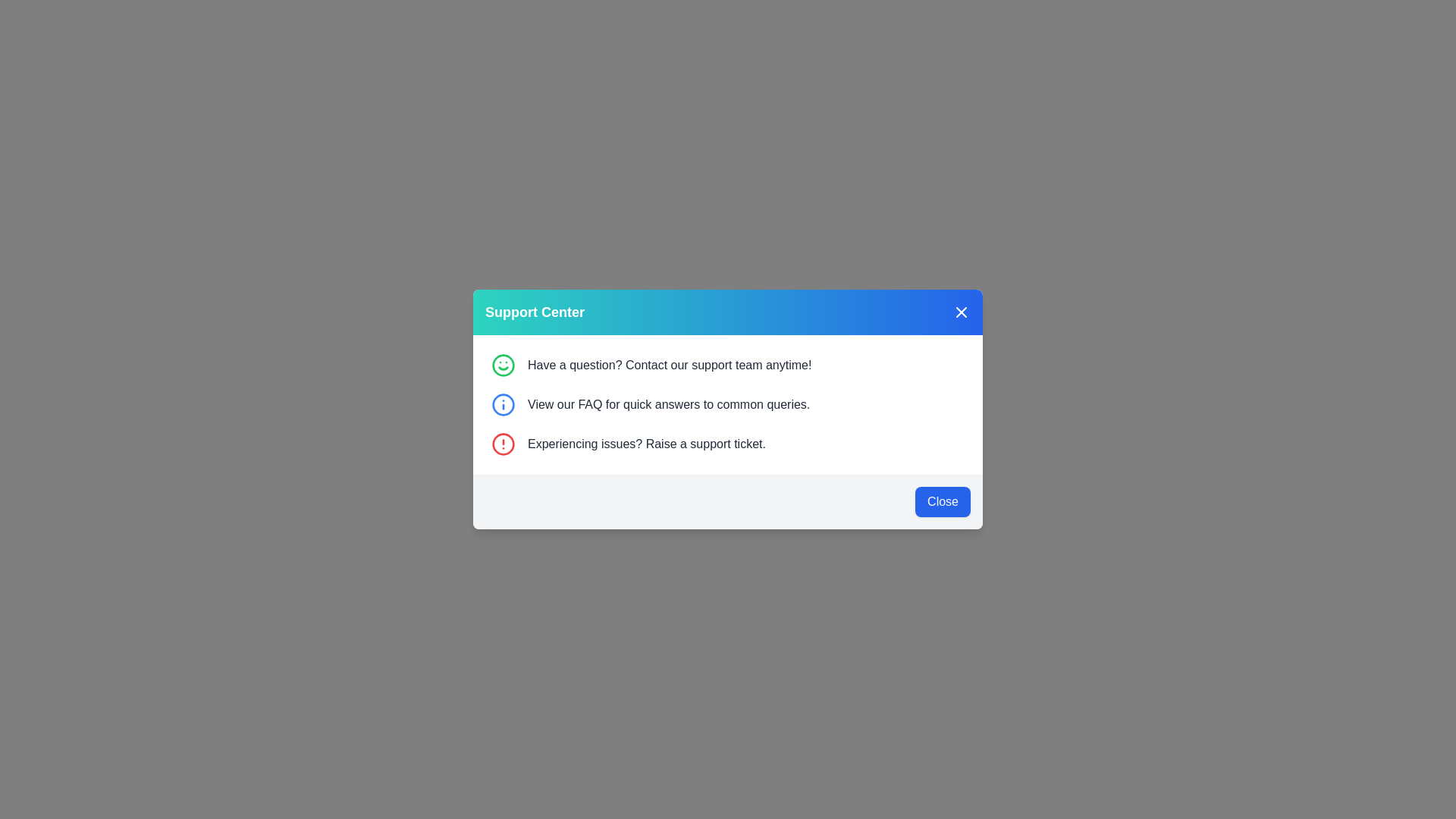 This screenshot has width=1456, height=819. I want to click on the close button with an 'X' icon on the blue background located at the top-right corner of the 'Support Center' modal for keyboard navigation, so click(960, 312).